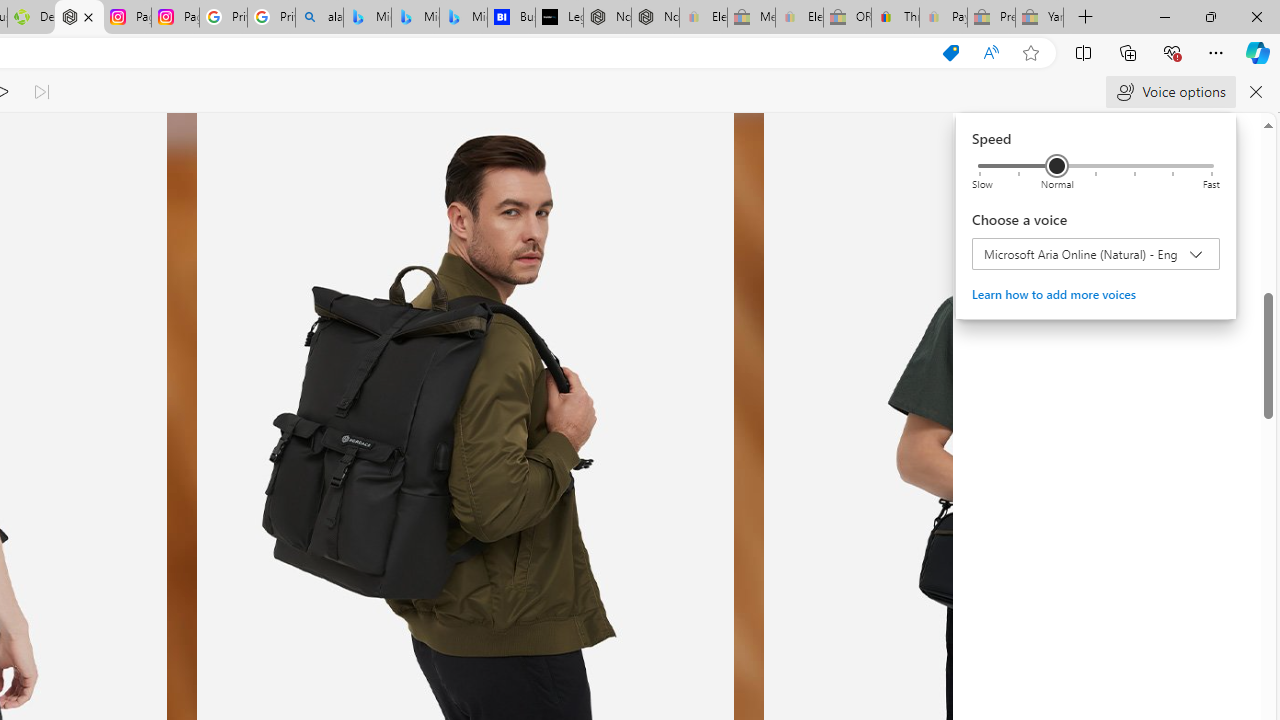 The width and height of the screenshot is (1280, 720). Describe the element at coordinates (367, 17) in the screenshot. I see `'Microsoft Bing Travel - Flights from Hong Kong to Bangkok'` at that location.